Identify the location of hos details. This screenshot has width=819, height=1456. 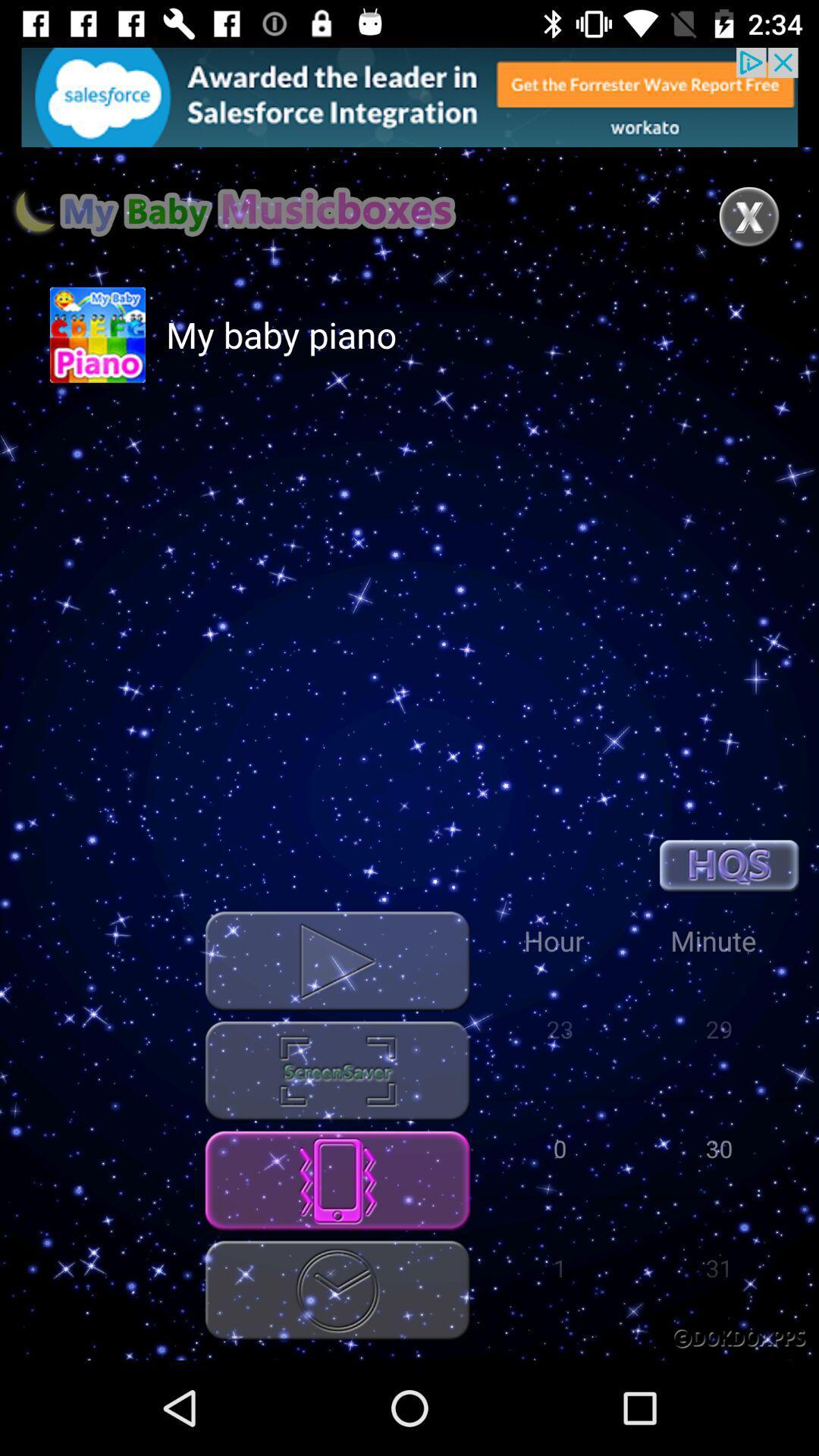
(728, 865).